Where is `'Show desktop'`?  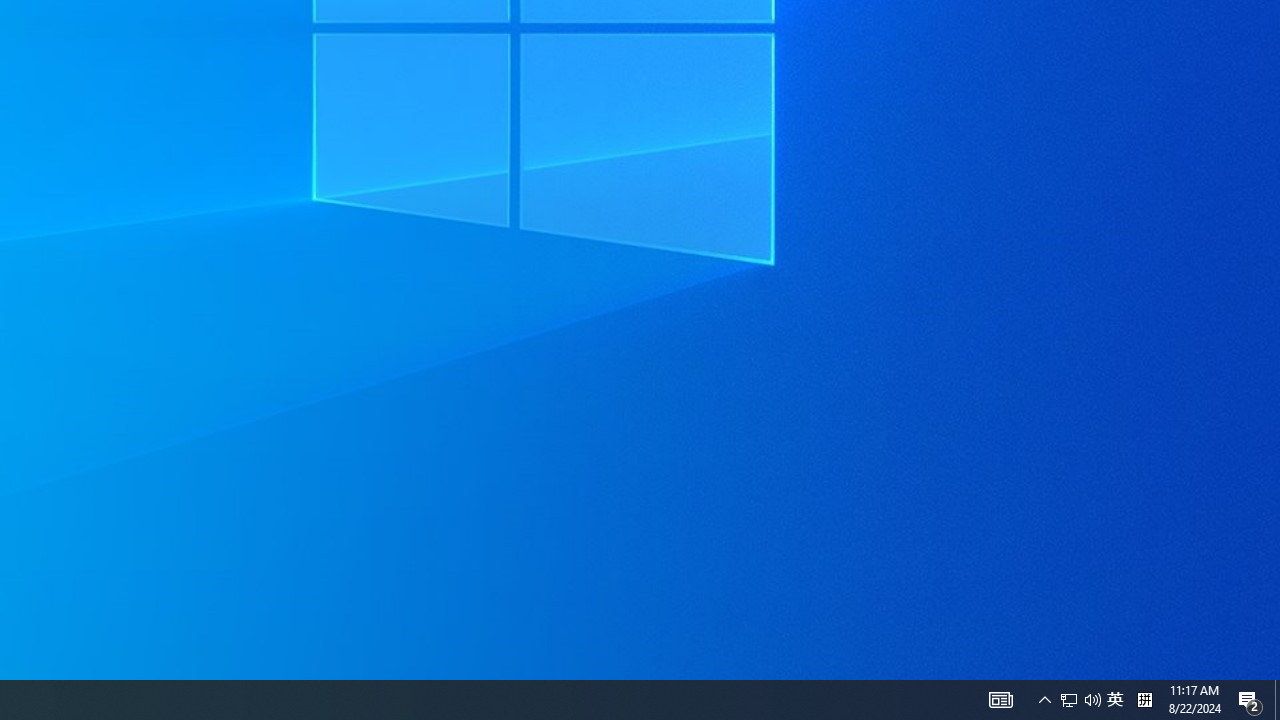 'Show desktop' is located at coordinates (1276, 698).